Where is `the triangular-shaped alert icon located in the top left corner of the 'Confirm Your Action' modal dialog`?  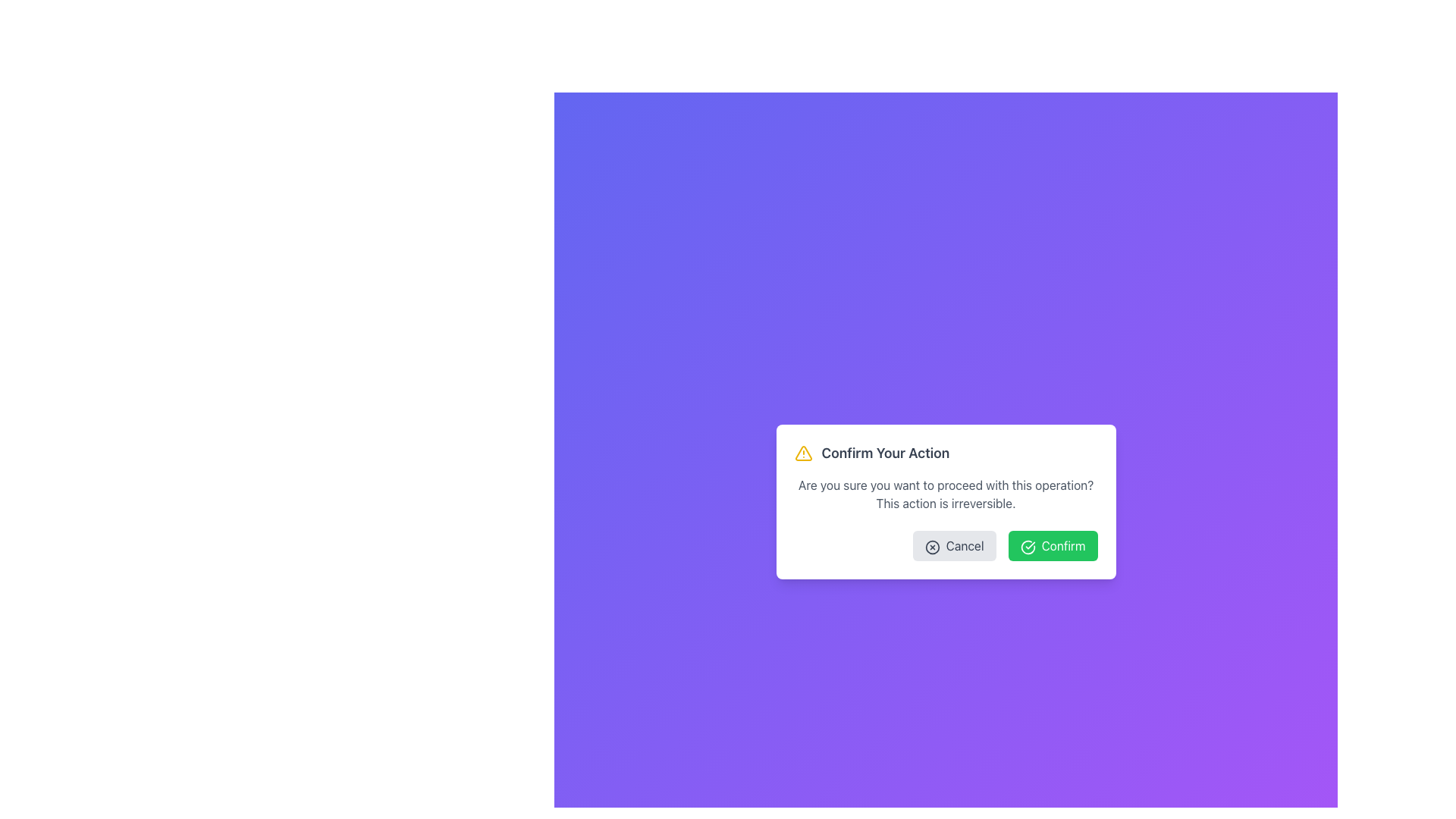
the triangular-shaped alert icon located in the top left corner of the 'Confirm Your Action' modal dialog is located at coordinates (802, 452).